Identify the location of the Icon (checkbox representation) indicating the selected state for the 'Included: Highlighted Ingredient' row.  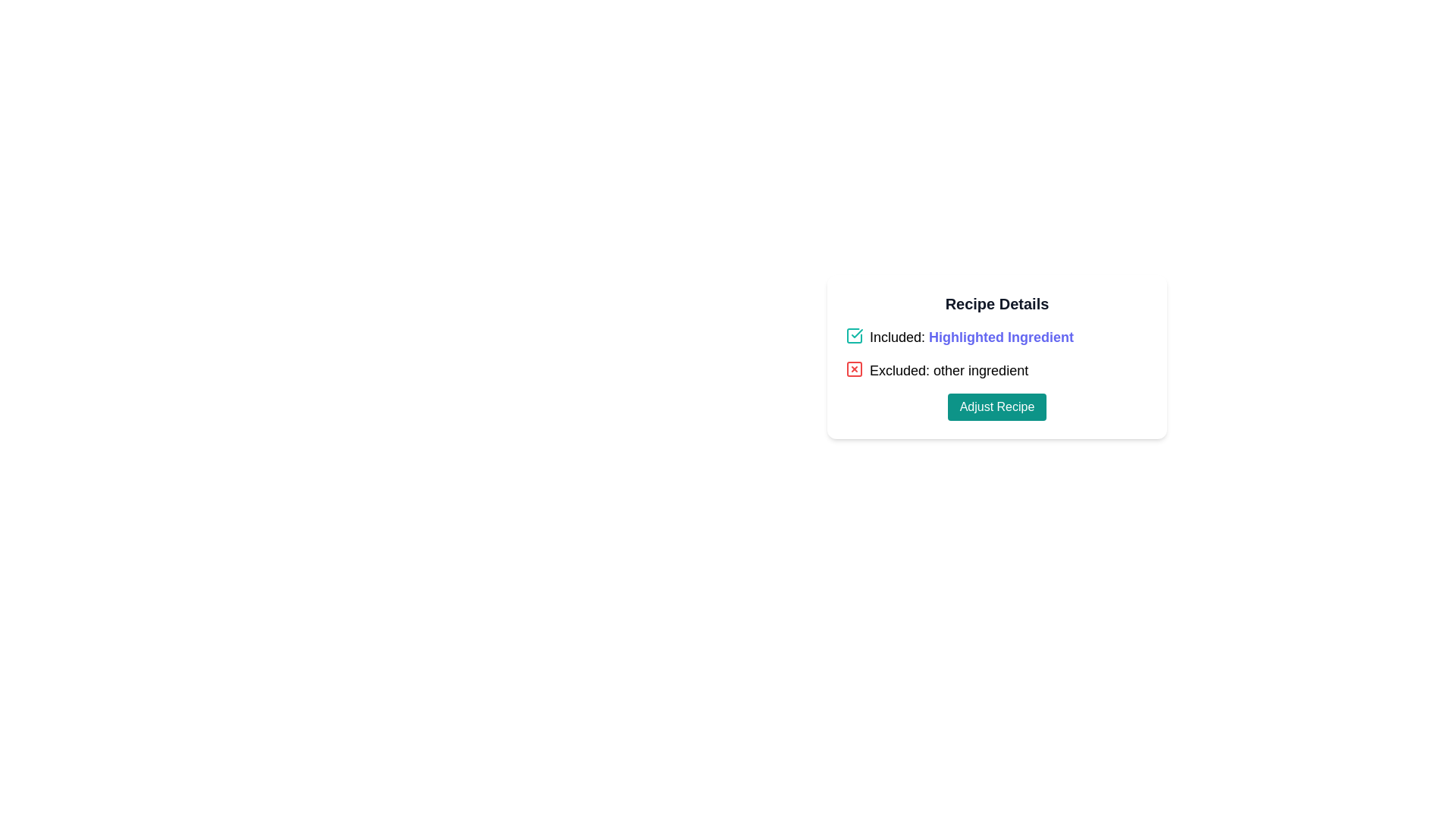
(855, 335).